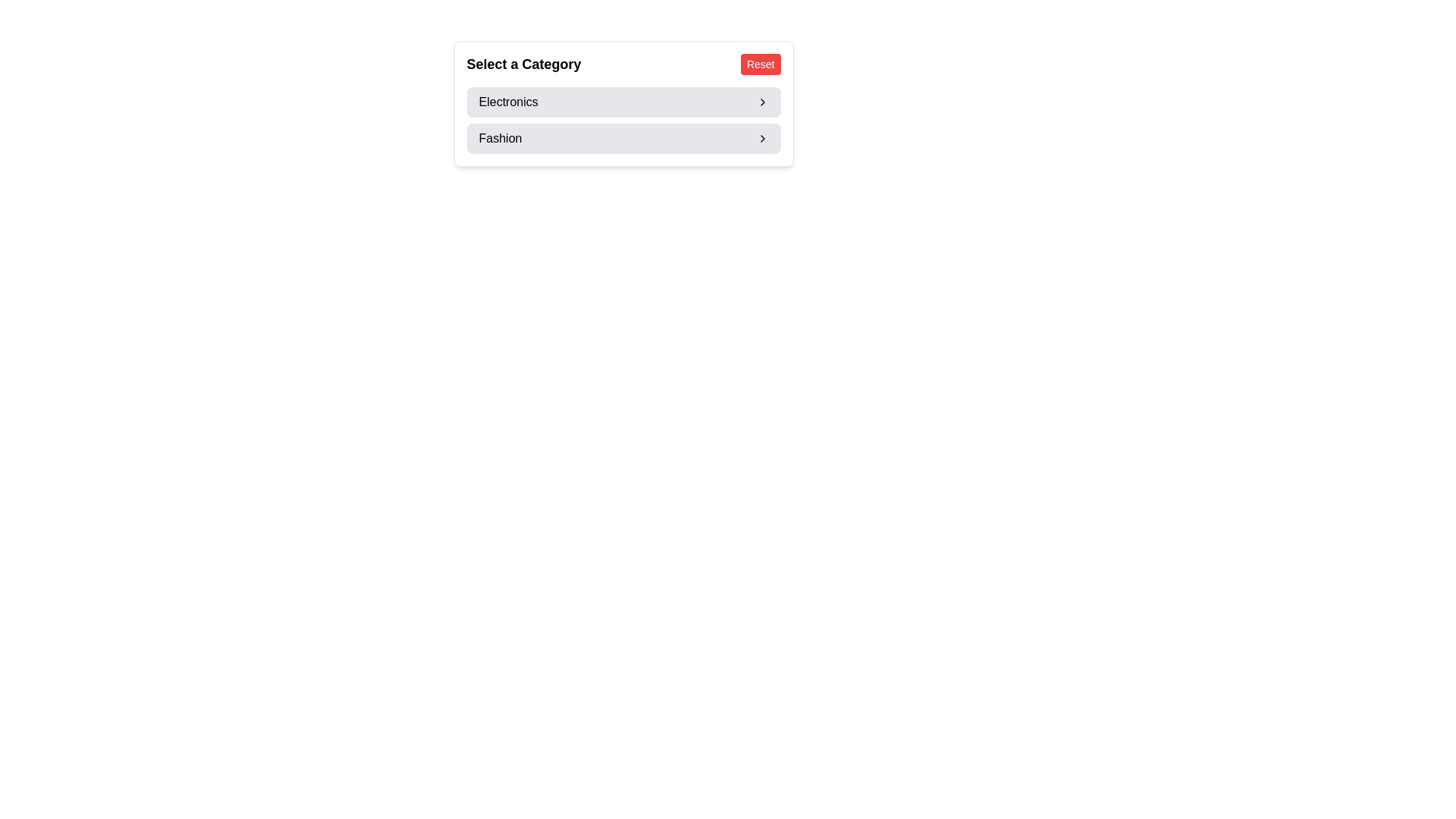  I want to click on the 'Fashion' button, so click(623, 138).